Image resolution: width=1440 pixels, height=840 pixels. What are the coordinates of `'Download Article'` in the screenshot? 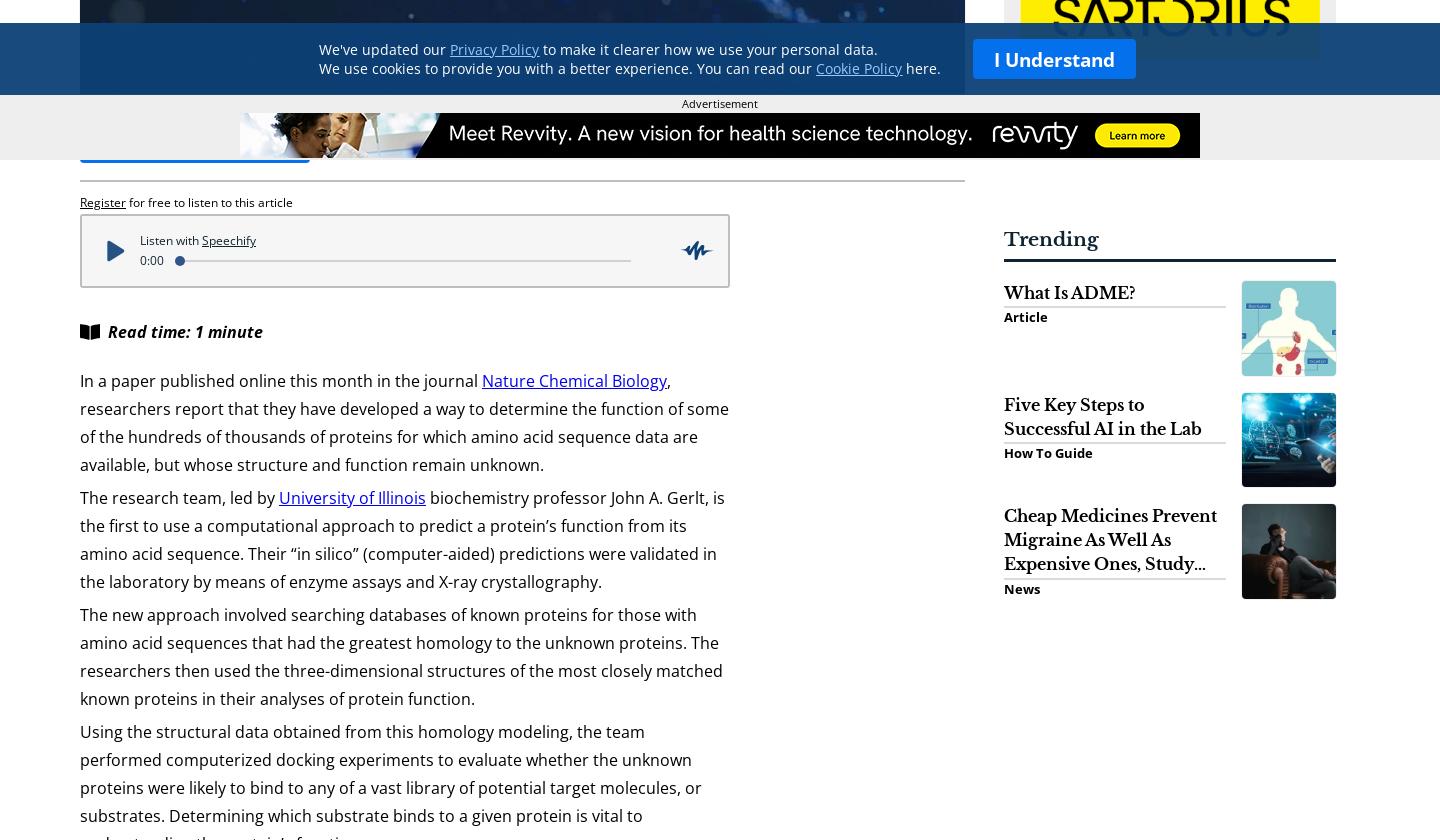 It's located at (123, 142).